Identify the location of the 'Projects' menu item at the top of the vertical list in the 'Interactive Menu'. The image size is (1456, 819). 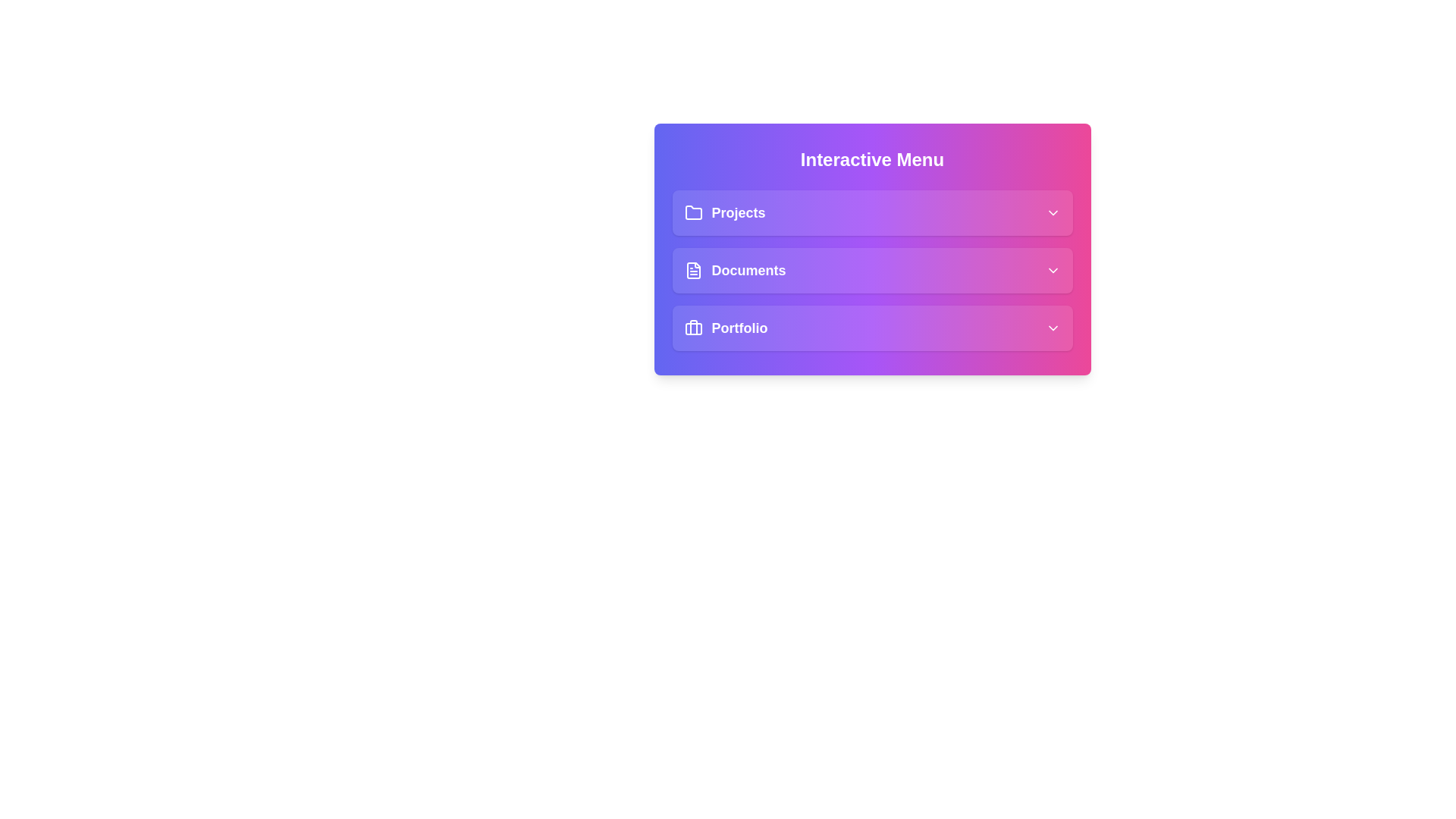
(872, 213).